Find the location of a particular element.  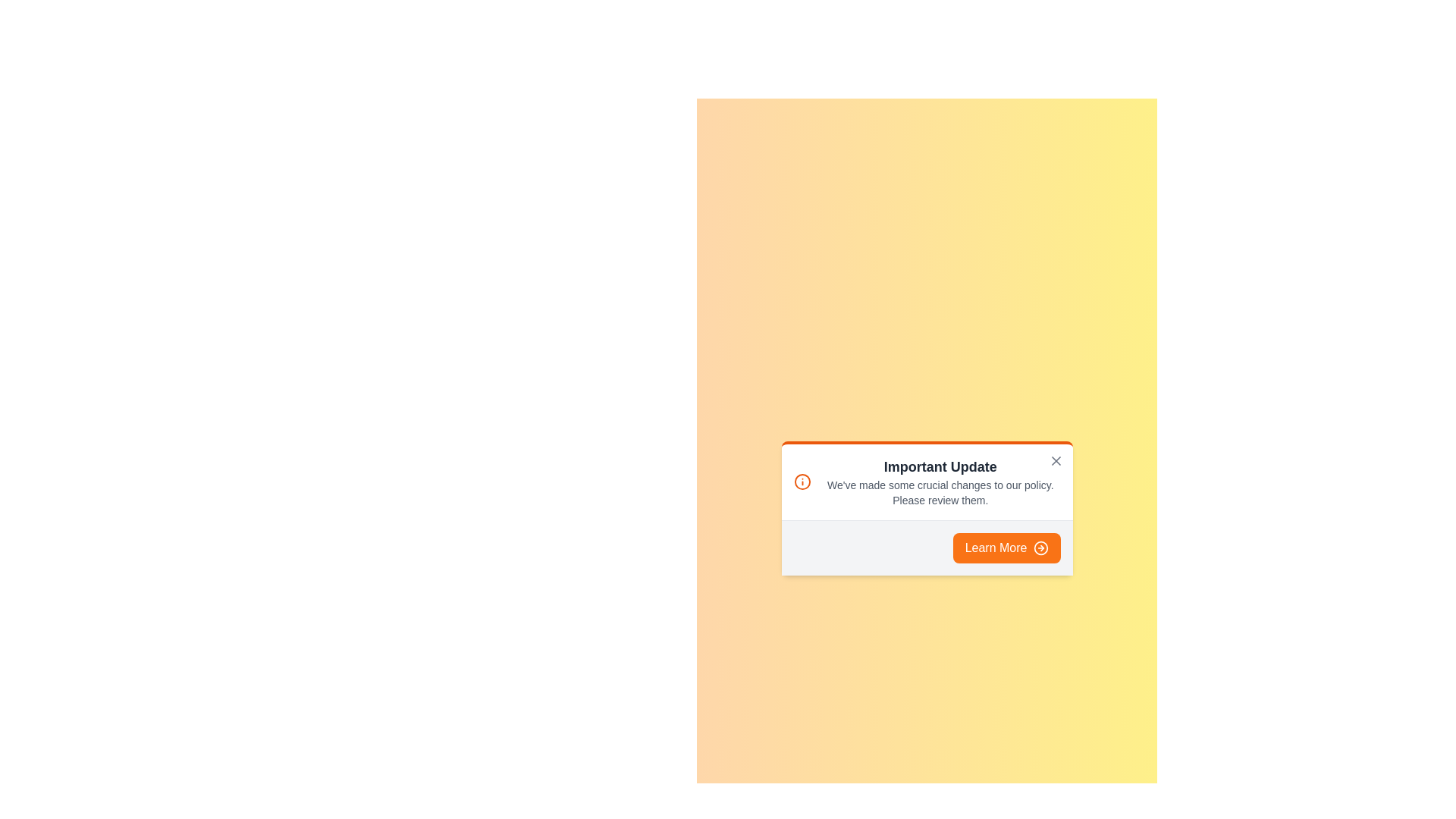

the 'Learn More' button to observe its hover effect is located at coordinates (1006, 548).